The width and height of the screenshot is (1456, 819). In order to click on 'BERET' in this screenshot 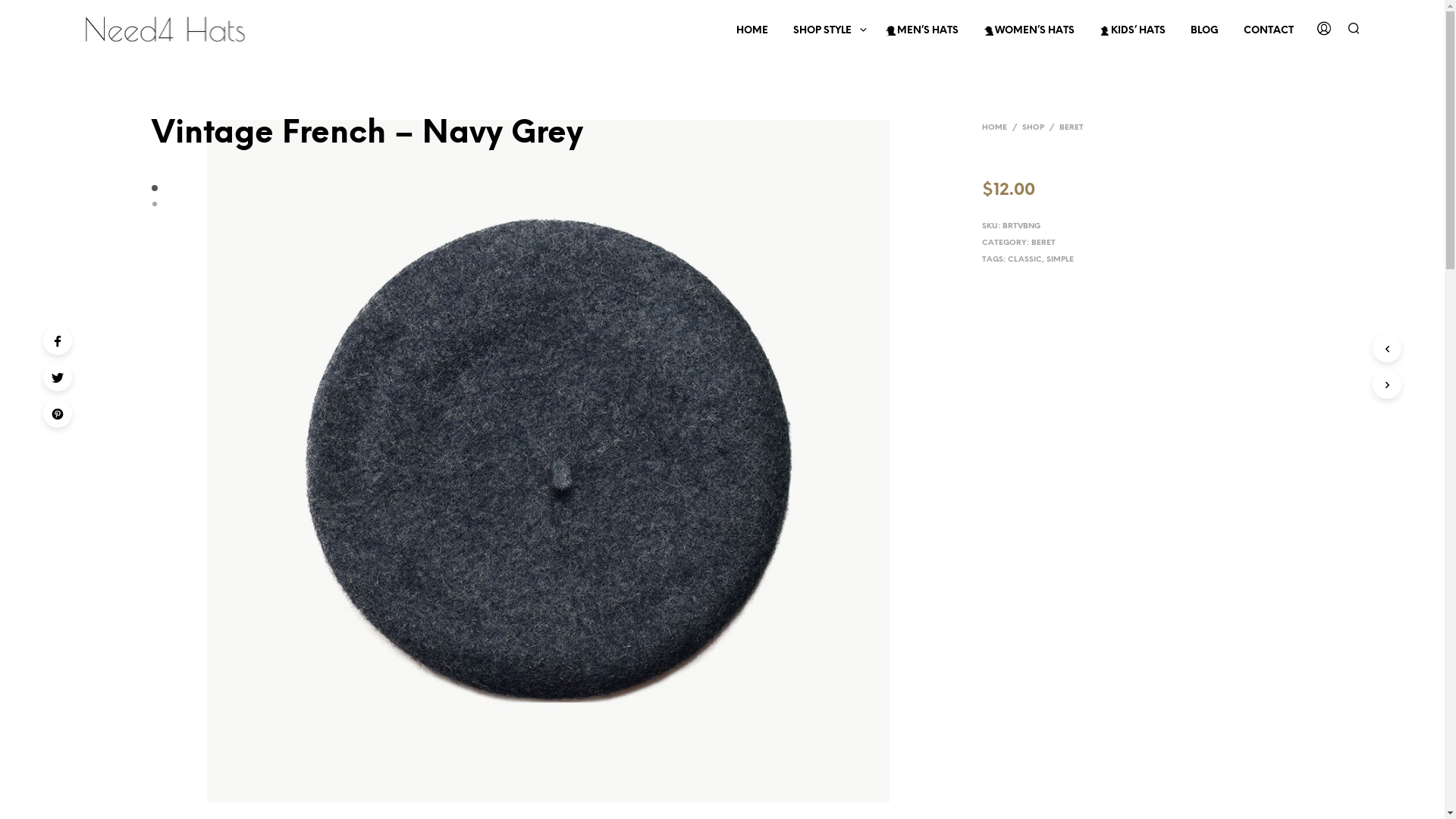, I will do `click(1031, 242)`.